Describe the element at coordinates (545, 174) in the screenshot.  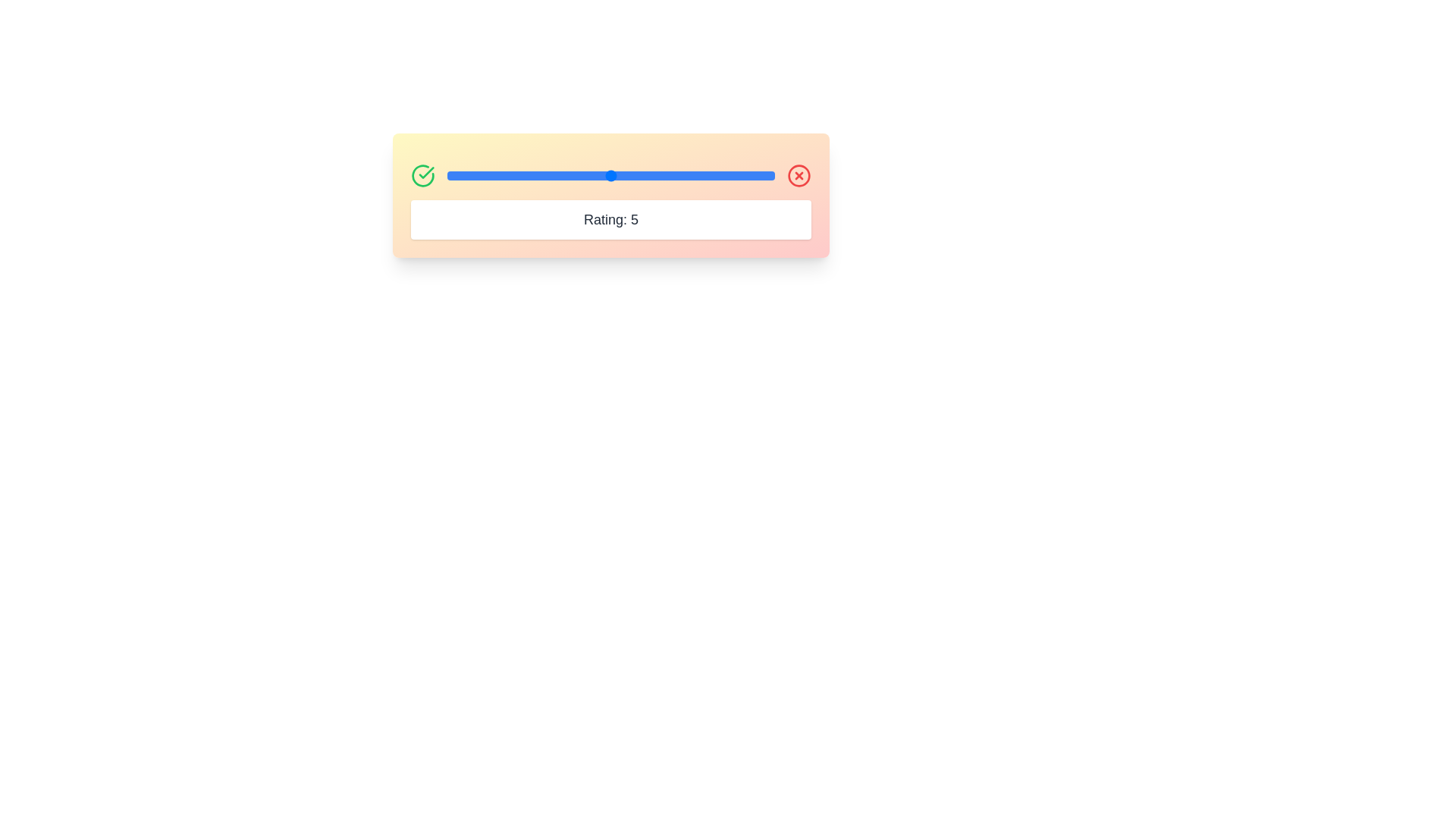
I see `the slider value` at that location.